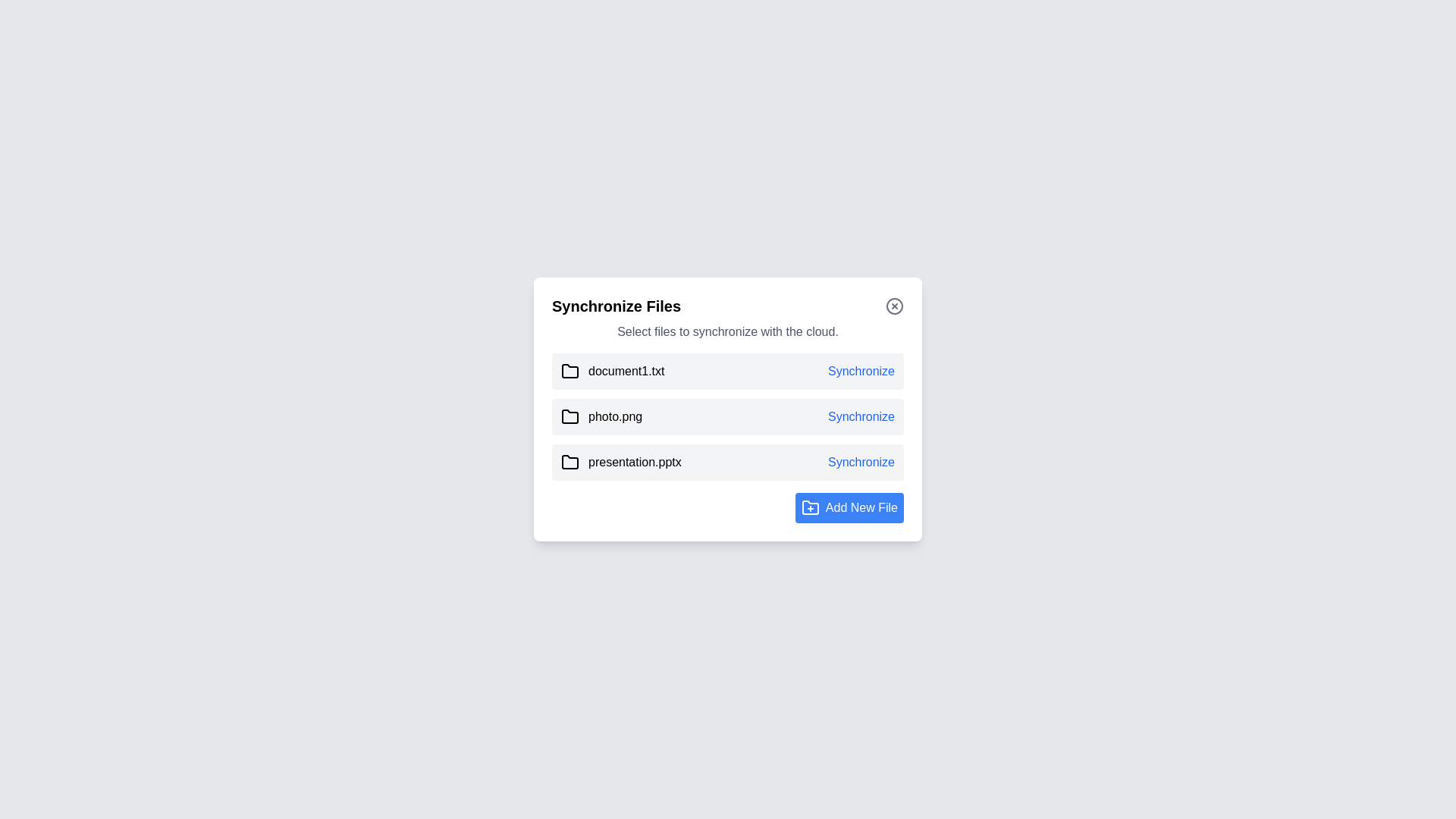 This screenshot has height=819, width=1456. I want to click on the 'Add New File' button to initiate the file addition process, so click(848, 508).